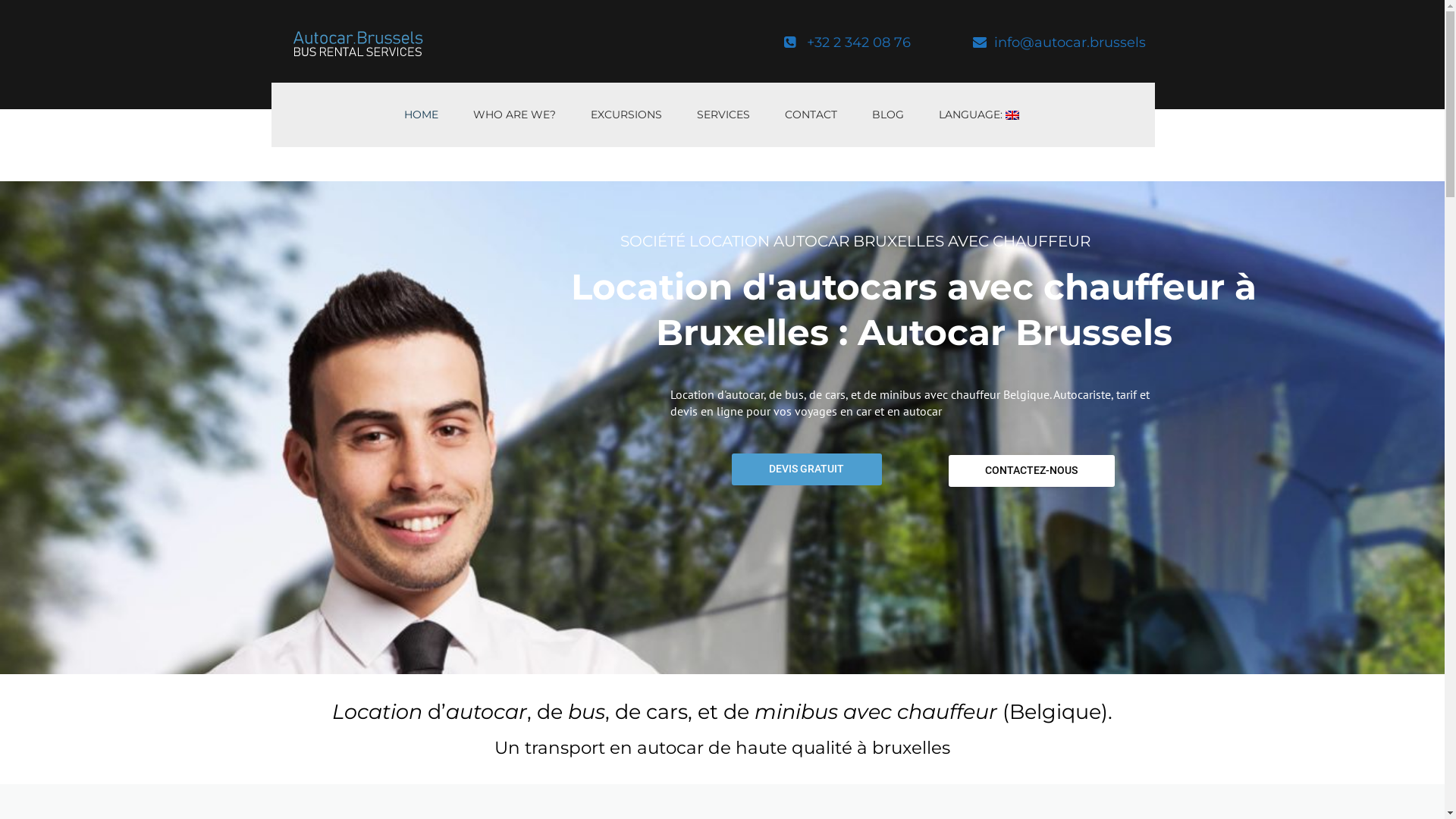 The height and width of the screenshot is (819, 1456). Describe the element at coordinates (574, 114) in the screenshot. I see `'EXCURSIONS'` at that location.